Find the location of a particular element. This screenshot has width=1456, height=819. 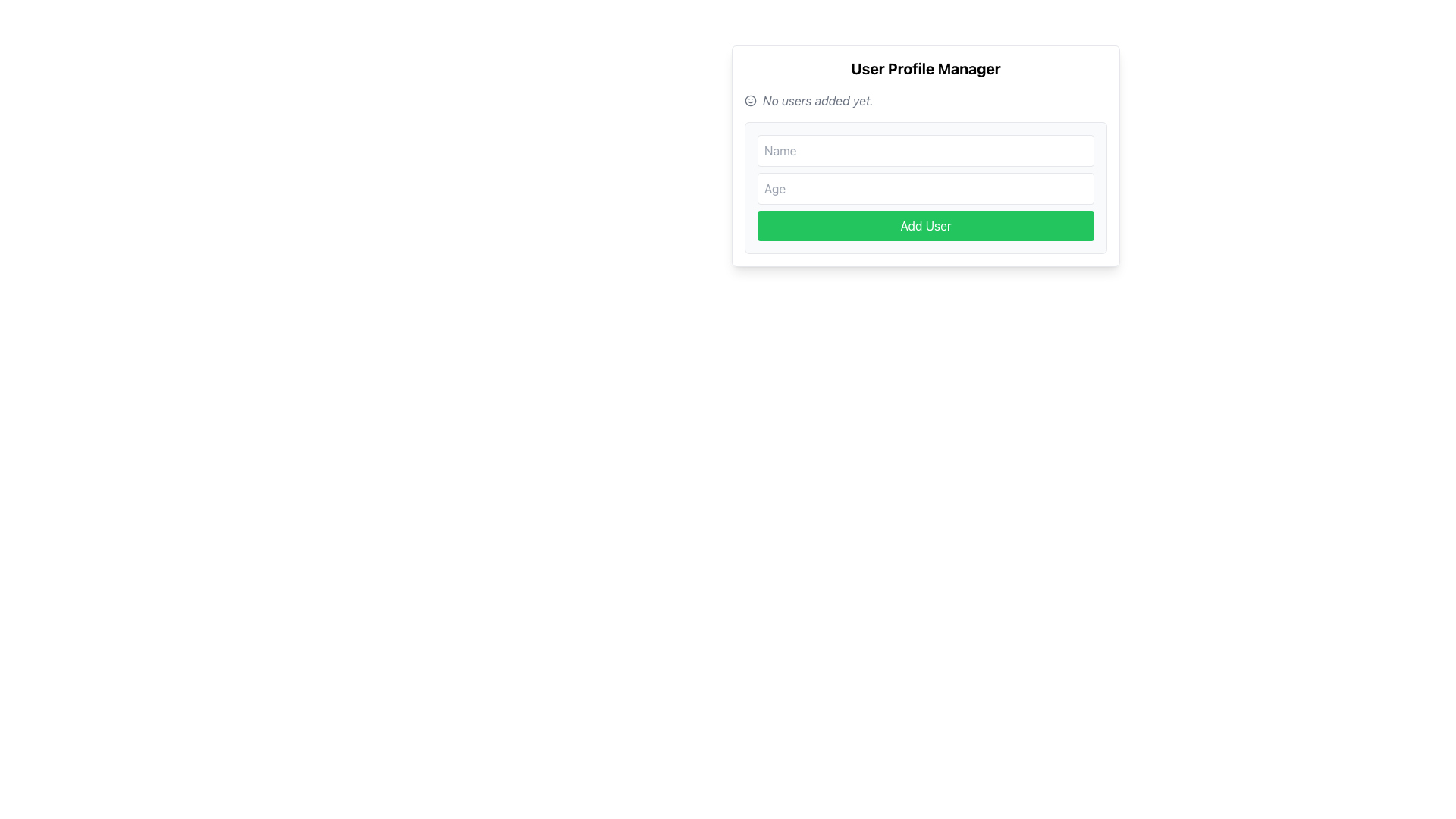

the input box in the User Profile Manager form is located at coordinates (924, 155).